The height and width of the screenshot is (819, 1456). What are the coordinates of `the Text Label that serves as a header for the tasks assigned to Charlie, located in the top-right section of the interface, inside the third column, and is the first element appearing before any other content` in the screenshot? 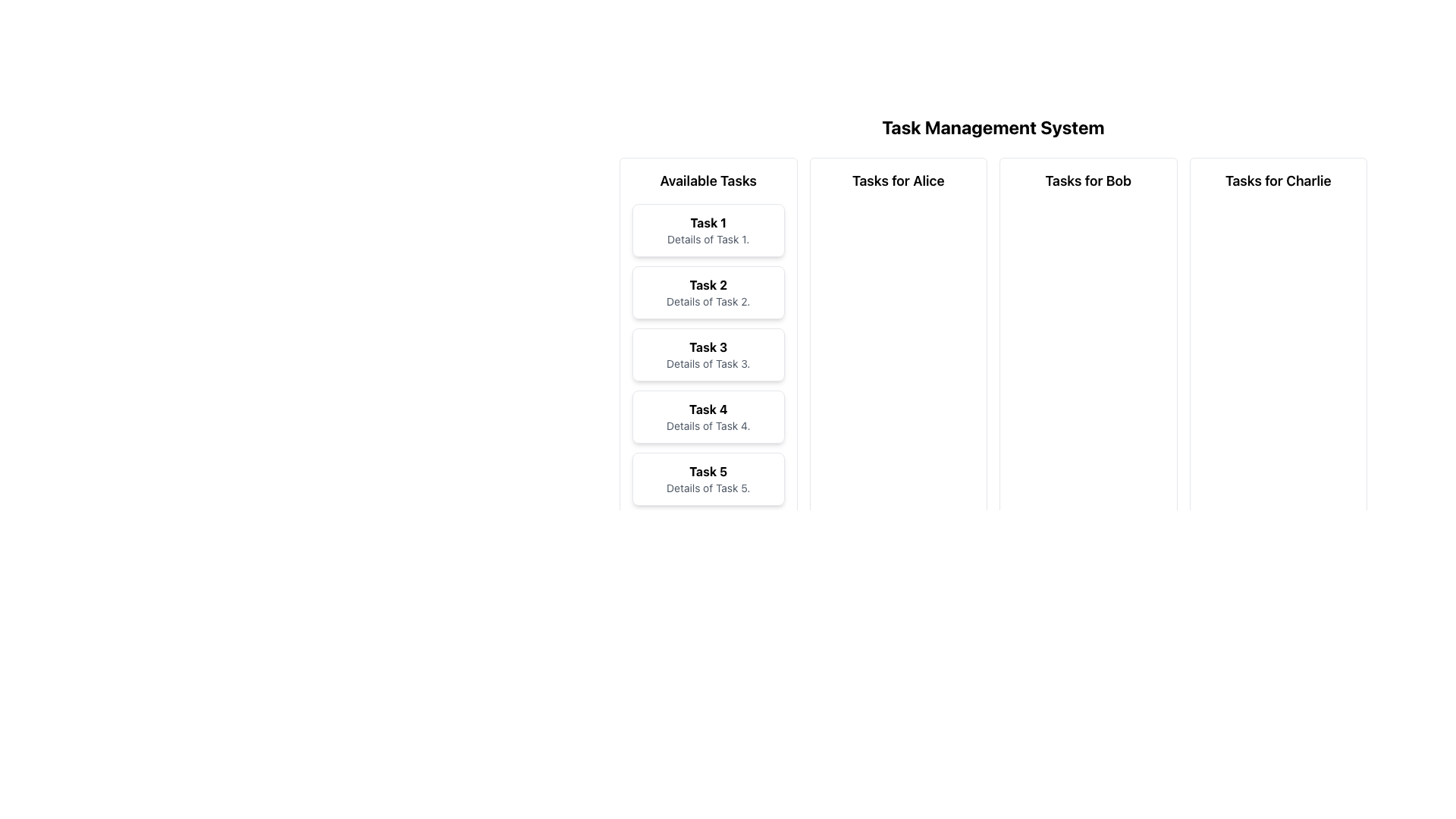 It's located at (1277, 180).